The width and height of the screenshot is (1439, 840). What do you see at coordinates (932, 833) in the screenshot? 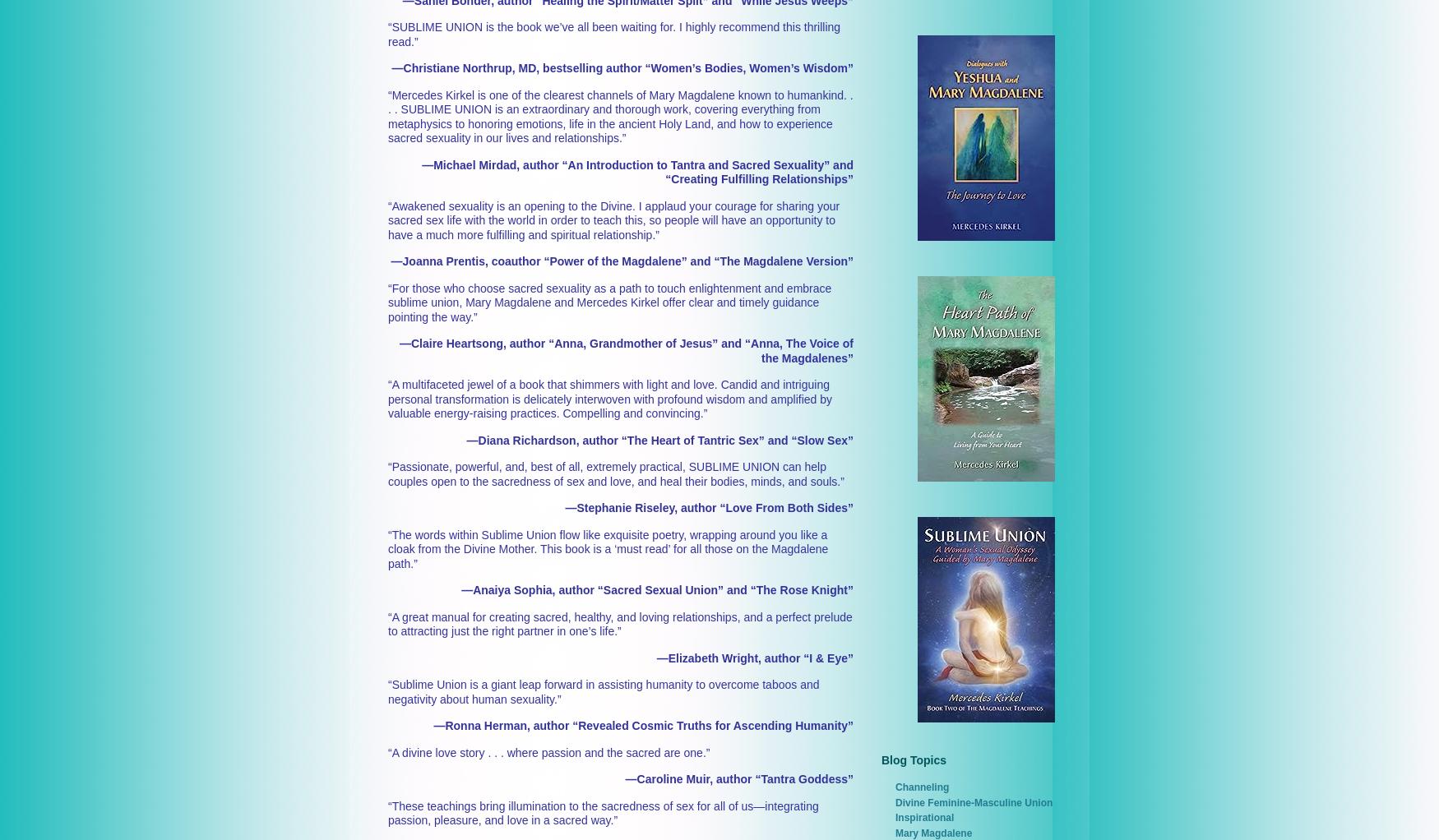
I see `'Mary Magdalene'` at bounding box center [932, 833].